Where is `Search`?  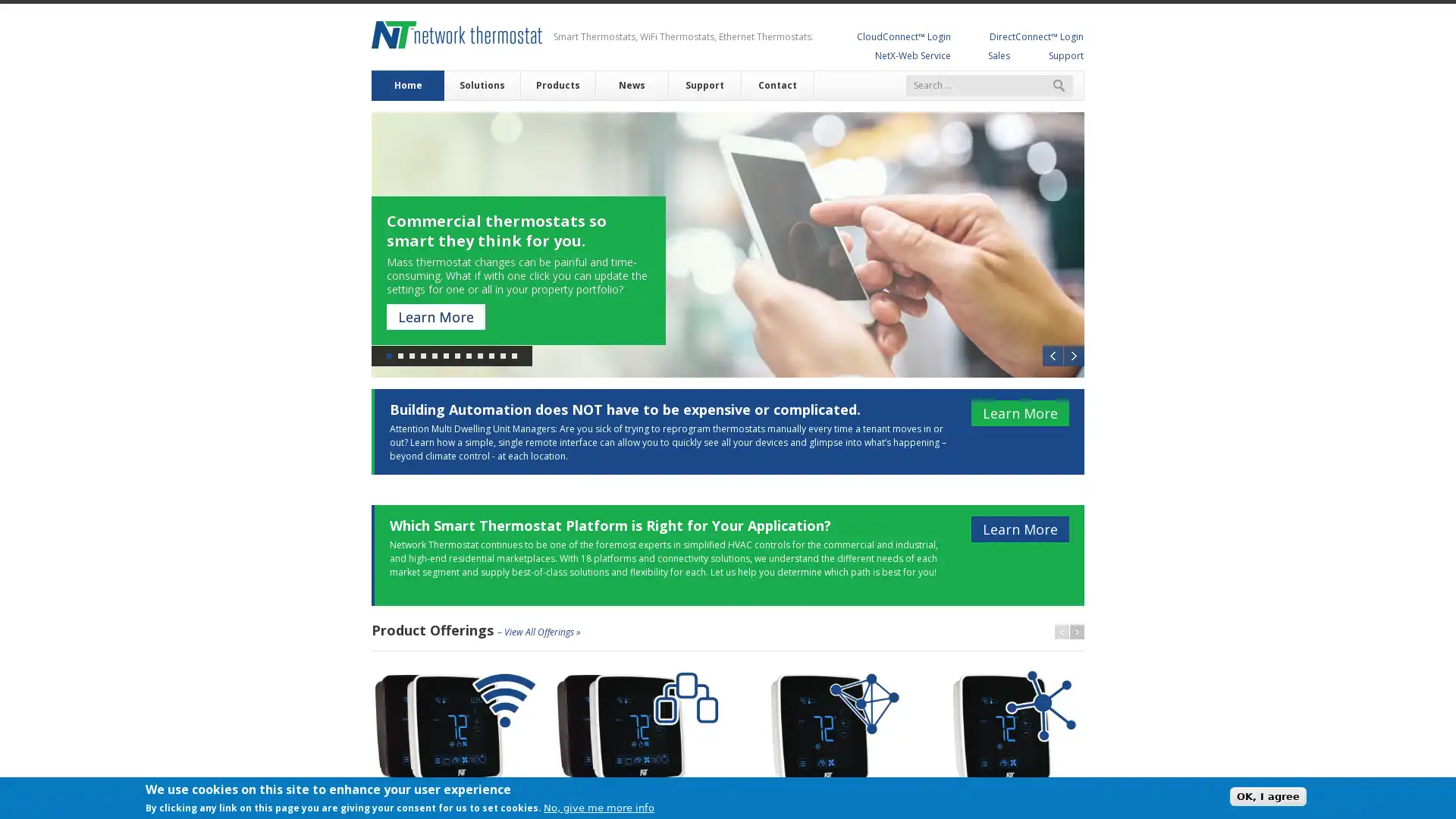 Search is located at coordinates (1058, 85).